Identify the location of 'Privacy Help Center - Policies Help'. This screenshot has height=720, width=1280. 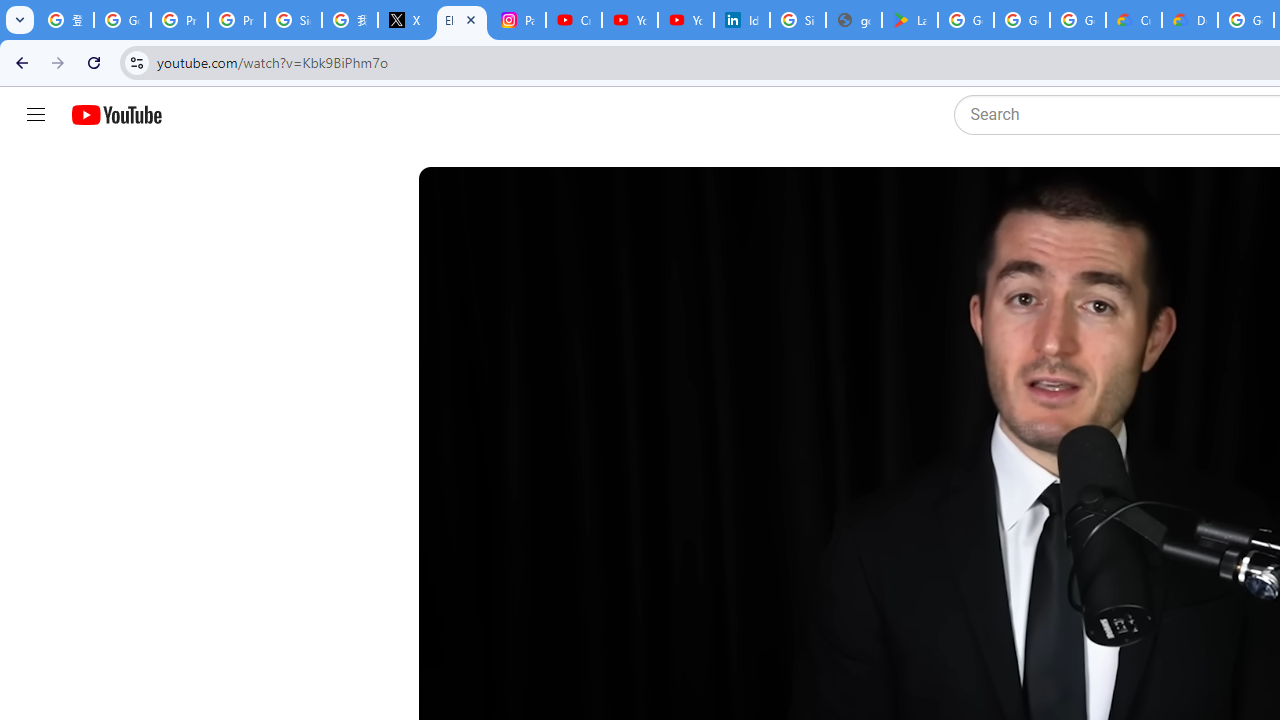
(236, 20).